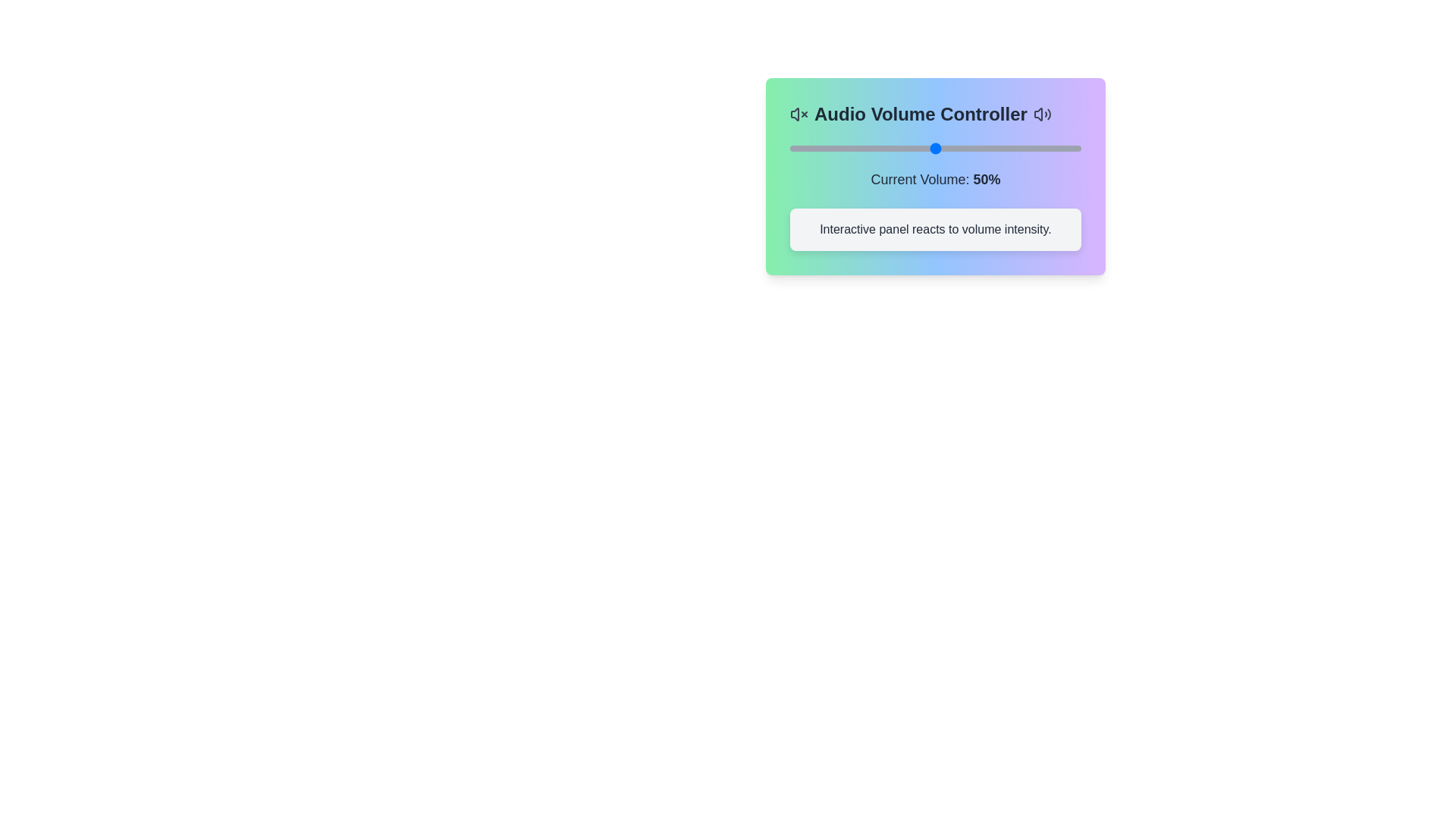  Describe the element at coordinates (1051, 149) in the screenshot. I see `the volume slider to set the volume to 90%` at that location.